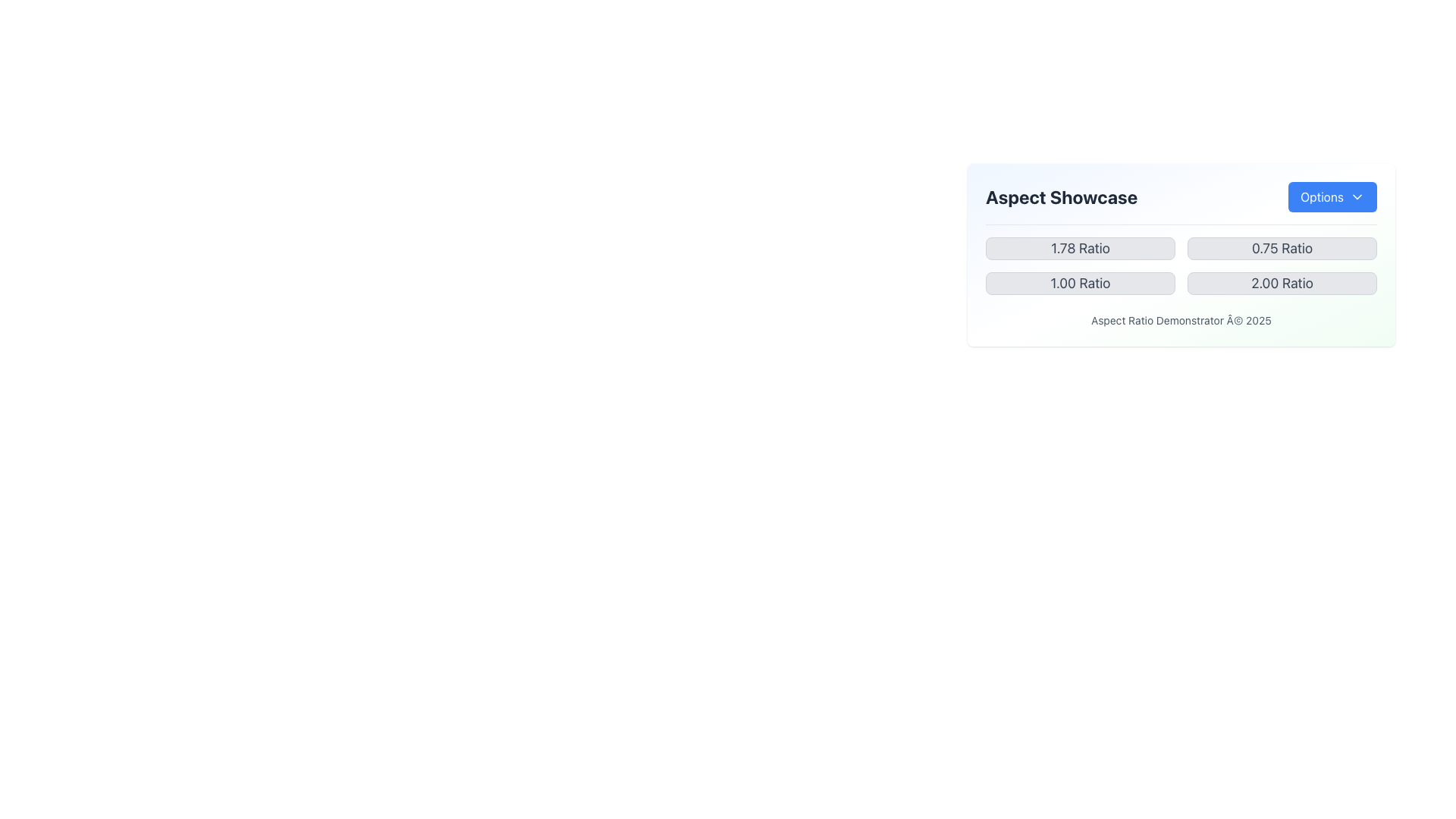 Image resolution: width=1456 pixels, height=819 pixels. I want to click on the Label element with the text '1.78 Ratio', which is a rounded rectangular button with a light gray background and darker gray bold text, located in the top-left quadrant of a 2x2 grid of buttons, so click(1080, 247).